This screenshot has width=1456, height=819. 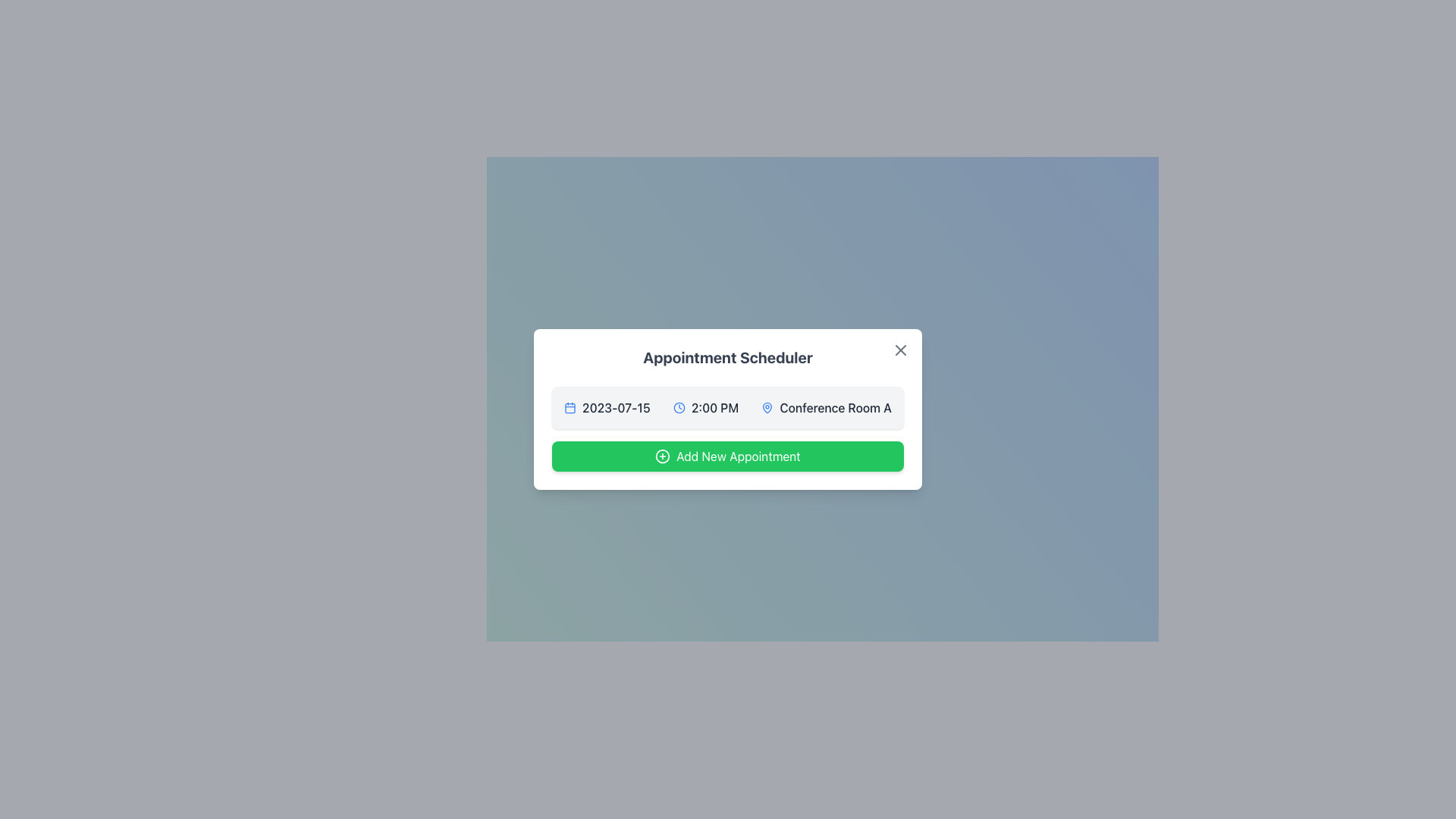 What do you see at coordinates (728, 455) in the screenshot?
I see `the green rectangular button labeled 'Add New Appointment' with a white plus icon` at bounding box center [728, 455].